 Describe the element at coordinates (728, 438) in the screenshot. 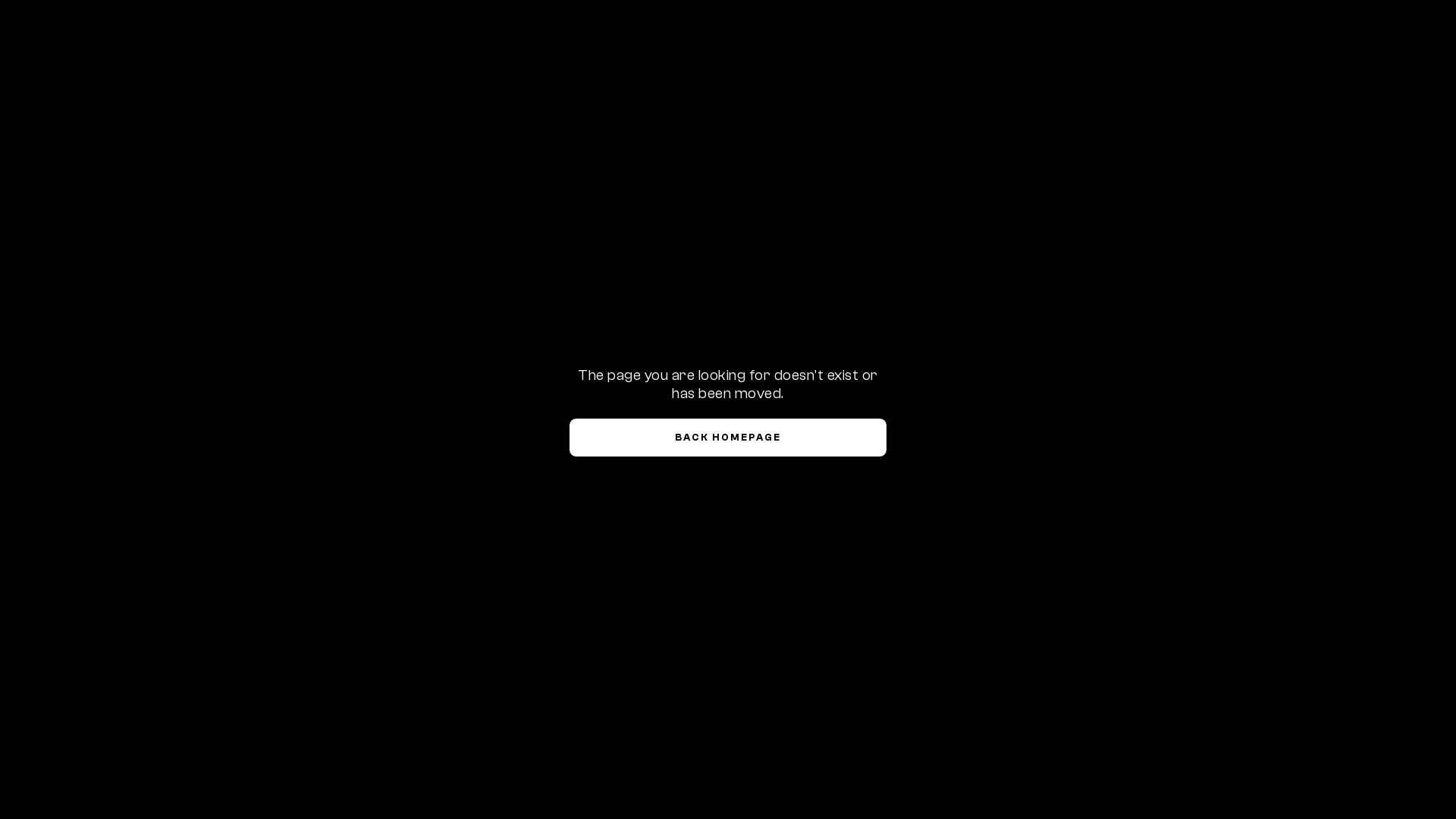

I see `'BACK HOMEPAGE'` at that location.